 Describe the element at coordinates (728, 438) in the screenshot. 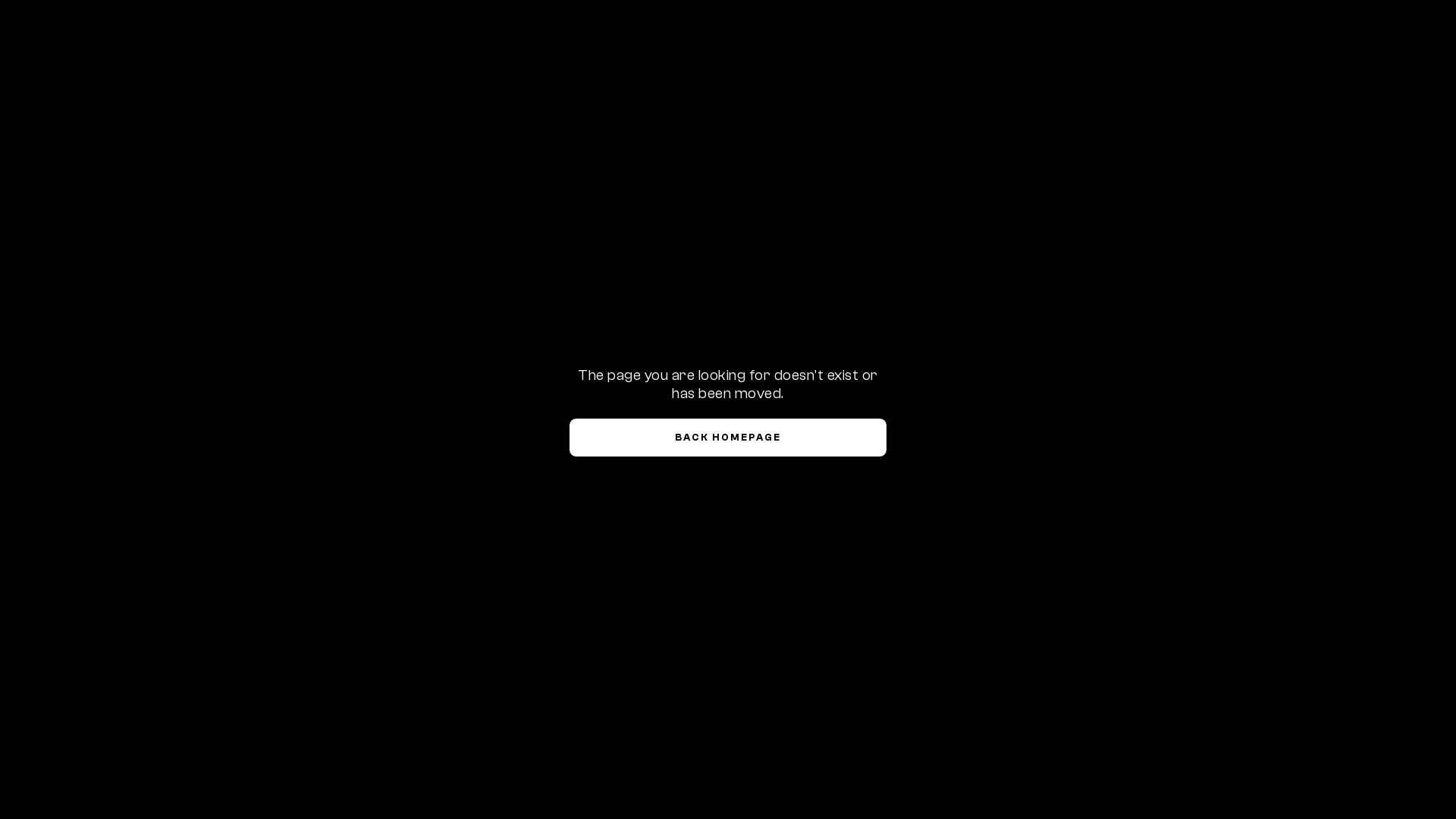

I see `'BACK HOMEPAGE'` at that location.